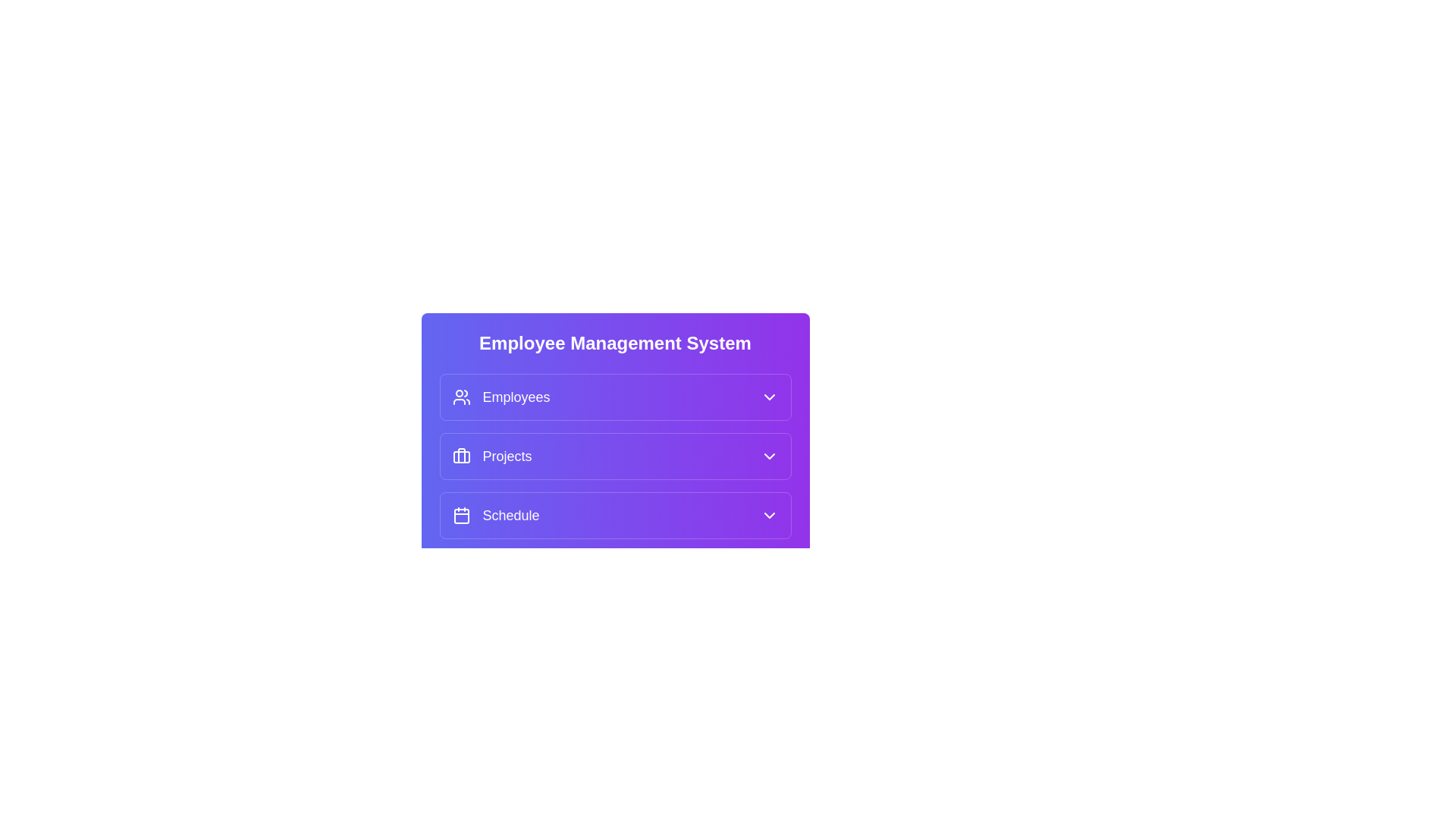  What do you see at coordinates (516, 397) in the screenshot?
I see `'Employees' text label, which is styled with medium font weight and larger font size, positioned in the first position of a vertically stacked menu next to a user-group icon` at bounding box center [516, 397].